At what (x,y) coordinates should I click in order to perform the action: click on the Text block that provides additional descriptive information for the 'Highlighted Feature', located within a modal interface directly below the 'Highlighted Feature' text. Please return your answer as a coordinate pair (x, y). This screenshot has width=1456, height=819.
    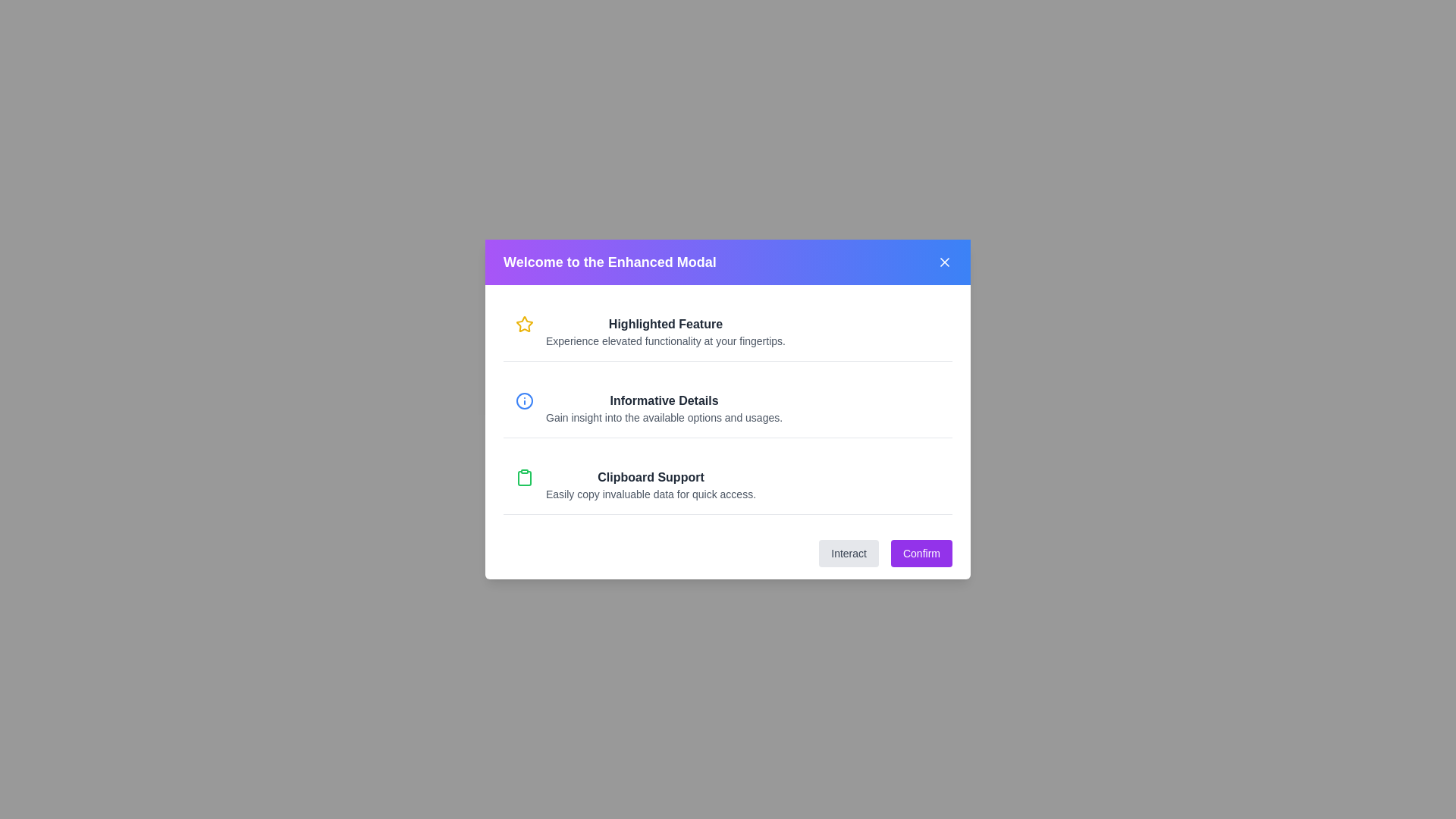
    Looking at the image, I should click on (666, 341).